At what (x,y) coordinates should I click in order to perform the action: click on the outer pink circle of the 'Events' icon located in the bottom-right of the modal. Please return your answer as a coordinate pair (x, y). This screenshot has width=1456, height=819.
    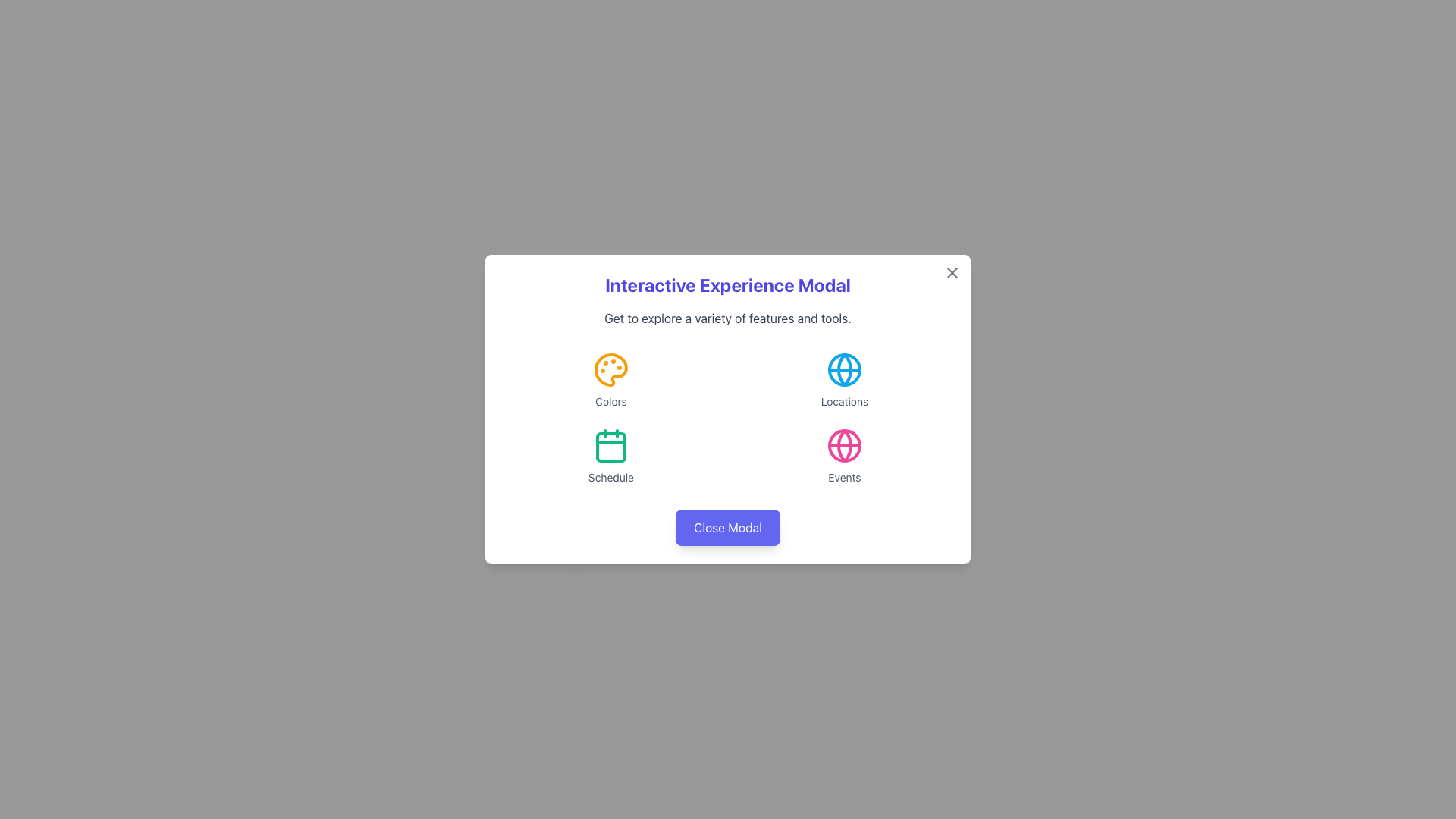
    Looking at the image, I should click on (843, 444).